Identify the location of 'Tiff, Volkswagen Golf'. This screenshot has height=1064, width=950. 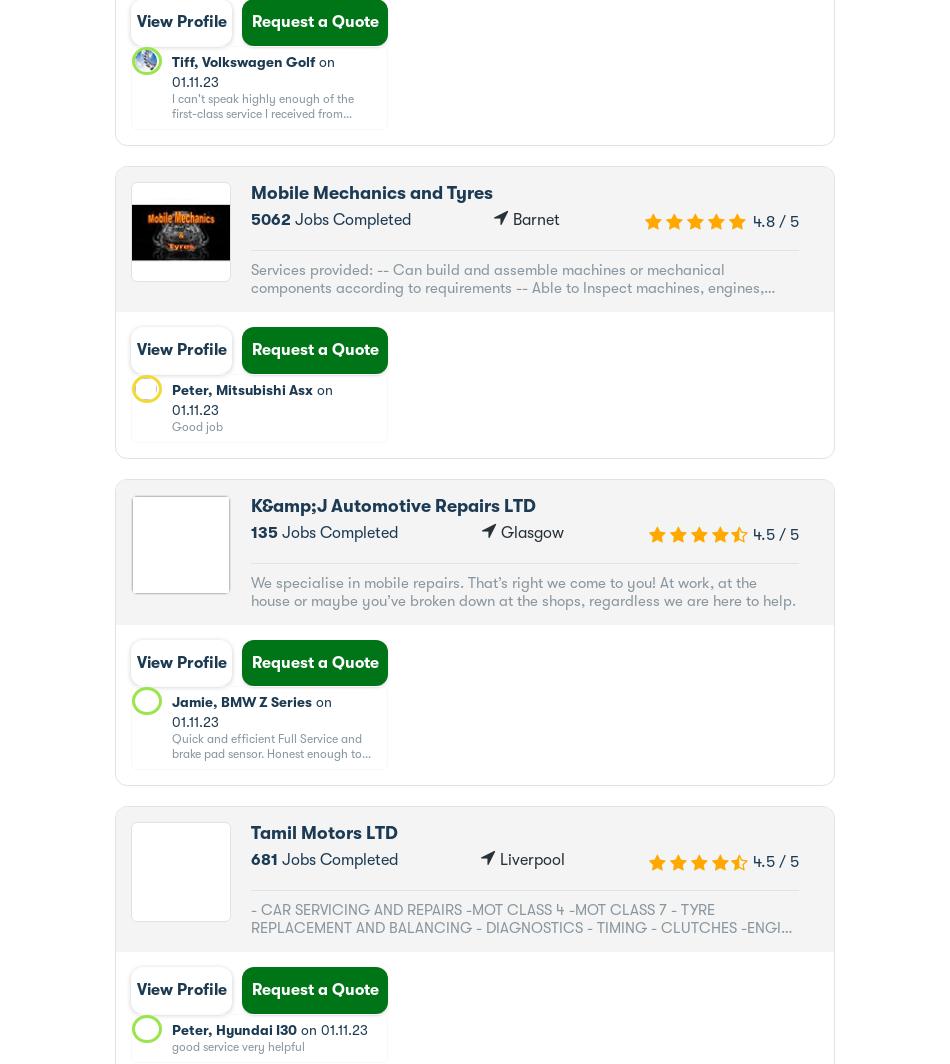
(242, 60).